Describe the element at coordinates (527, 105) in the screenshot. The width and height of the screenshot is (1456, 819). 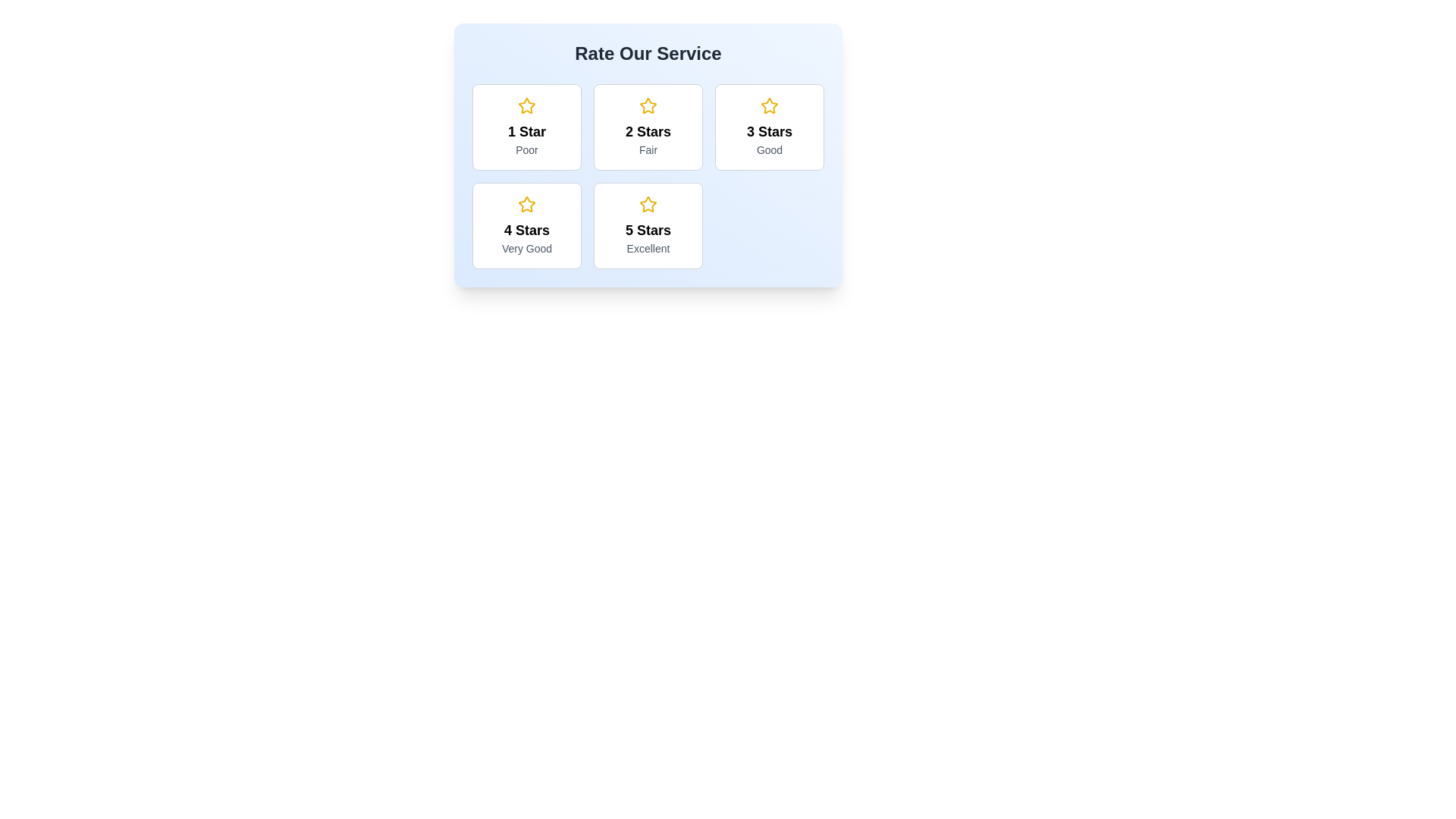
I see `the yellow star icon labeled '1 Star' with the description 'Poor' from its position in the top-left box of the rating options grid` at that location.